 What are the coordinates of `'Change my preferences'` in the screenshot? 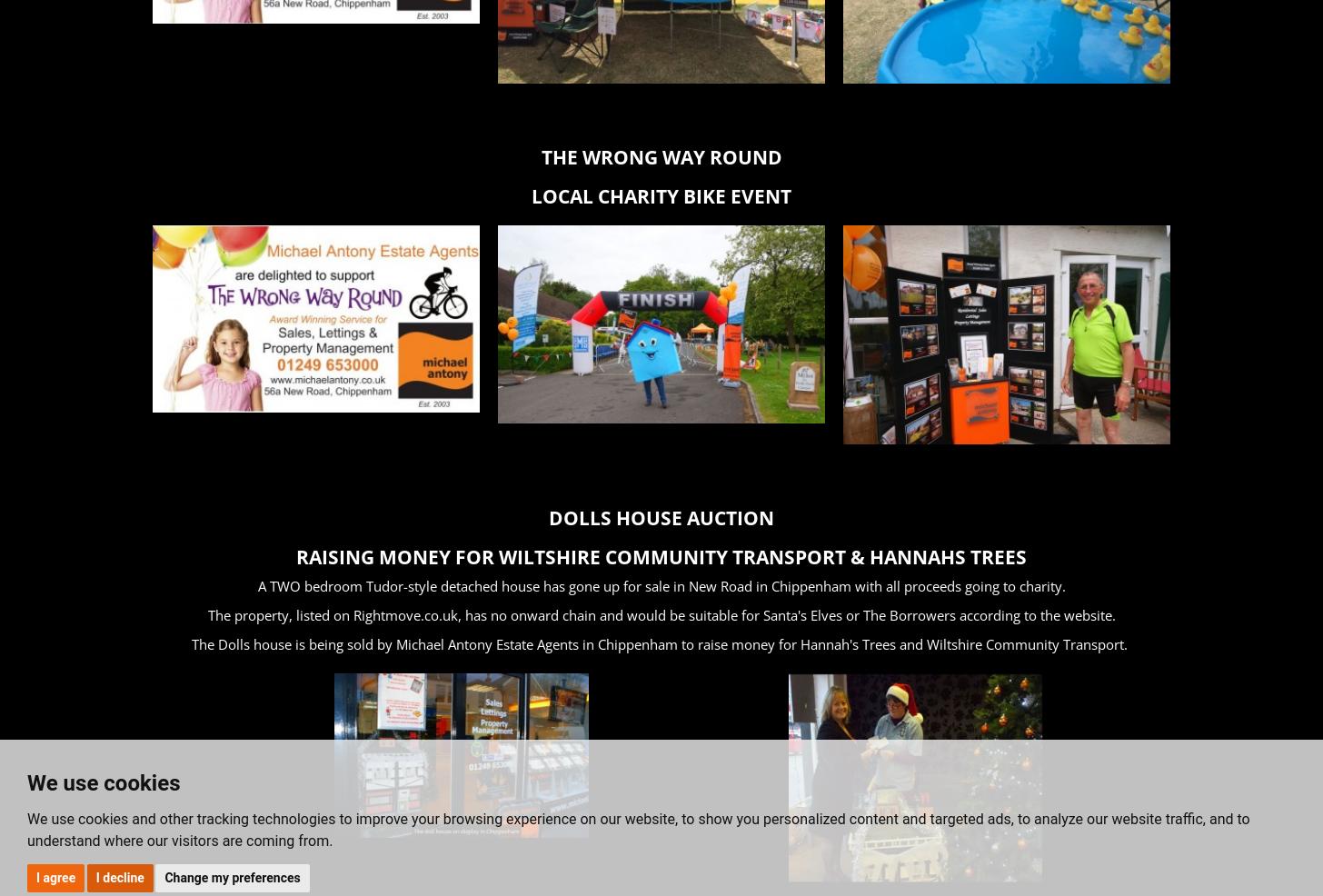 It's located at (231, 876).